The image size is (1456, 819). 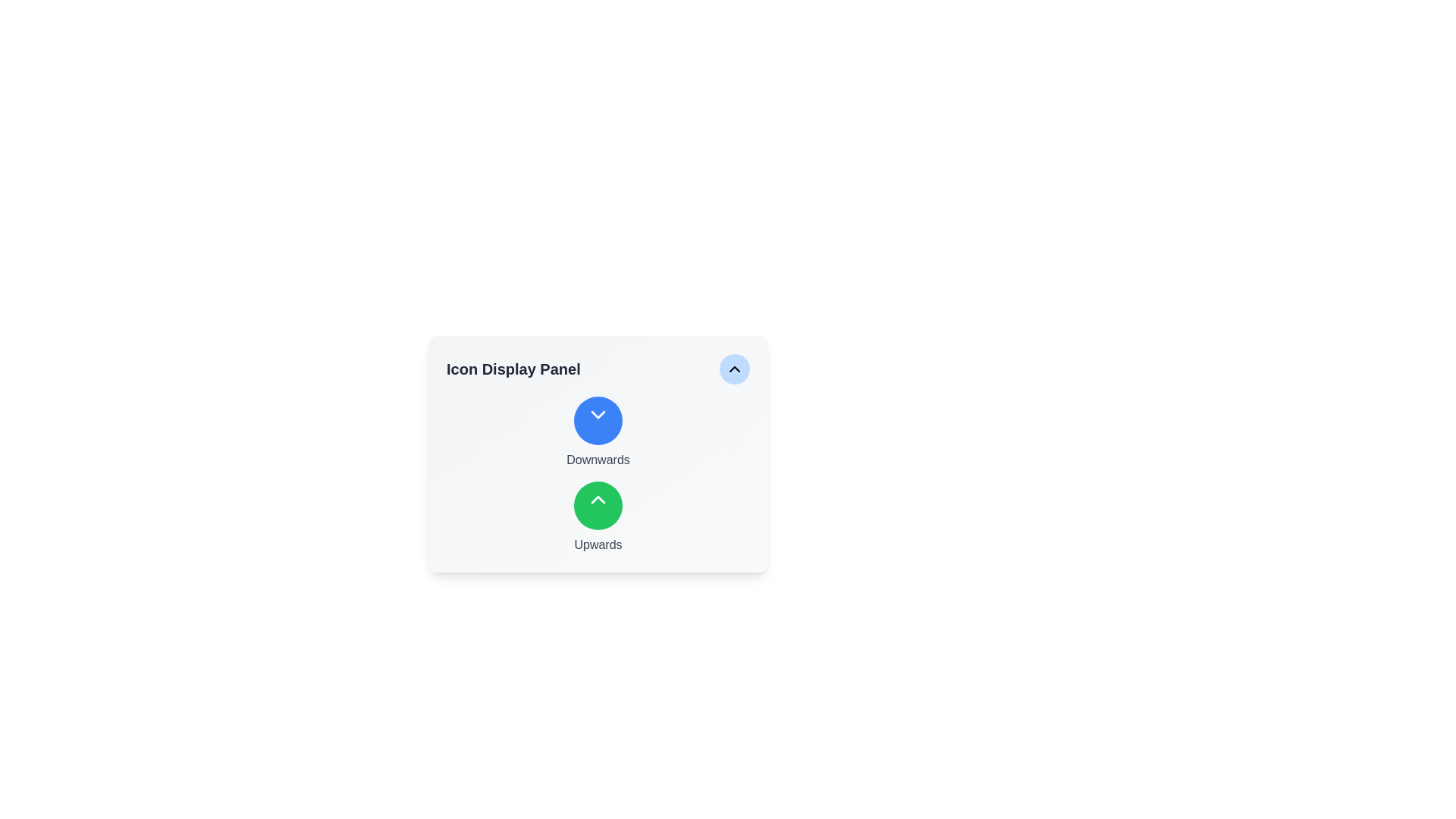 What do you see at coordinates (597, 503) in the screenshot?
I see `the upward arrow icon located inside the circular button at the top-right corner of the card panel labeled 'Icon Display Panel'` at bounding box center [597, 503].